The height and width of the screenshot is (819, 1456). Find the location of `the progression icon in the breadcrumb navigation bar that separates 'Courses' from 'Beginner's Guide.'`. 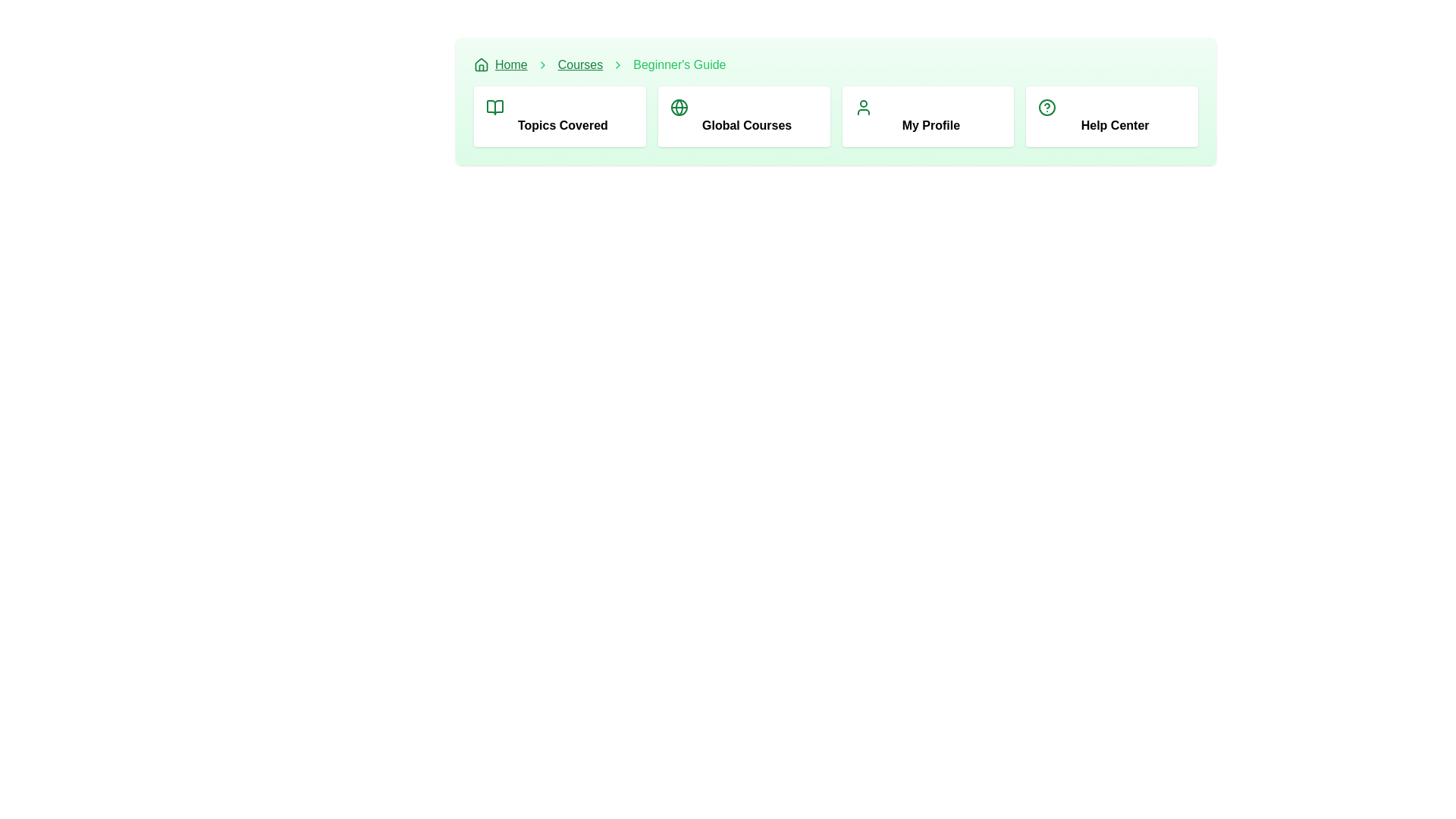

the progression icon in the breadcrumb navigation bar that separates 'Courses' from 'Beginner's Guide.' is located at coordinates (618, 64).